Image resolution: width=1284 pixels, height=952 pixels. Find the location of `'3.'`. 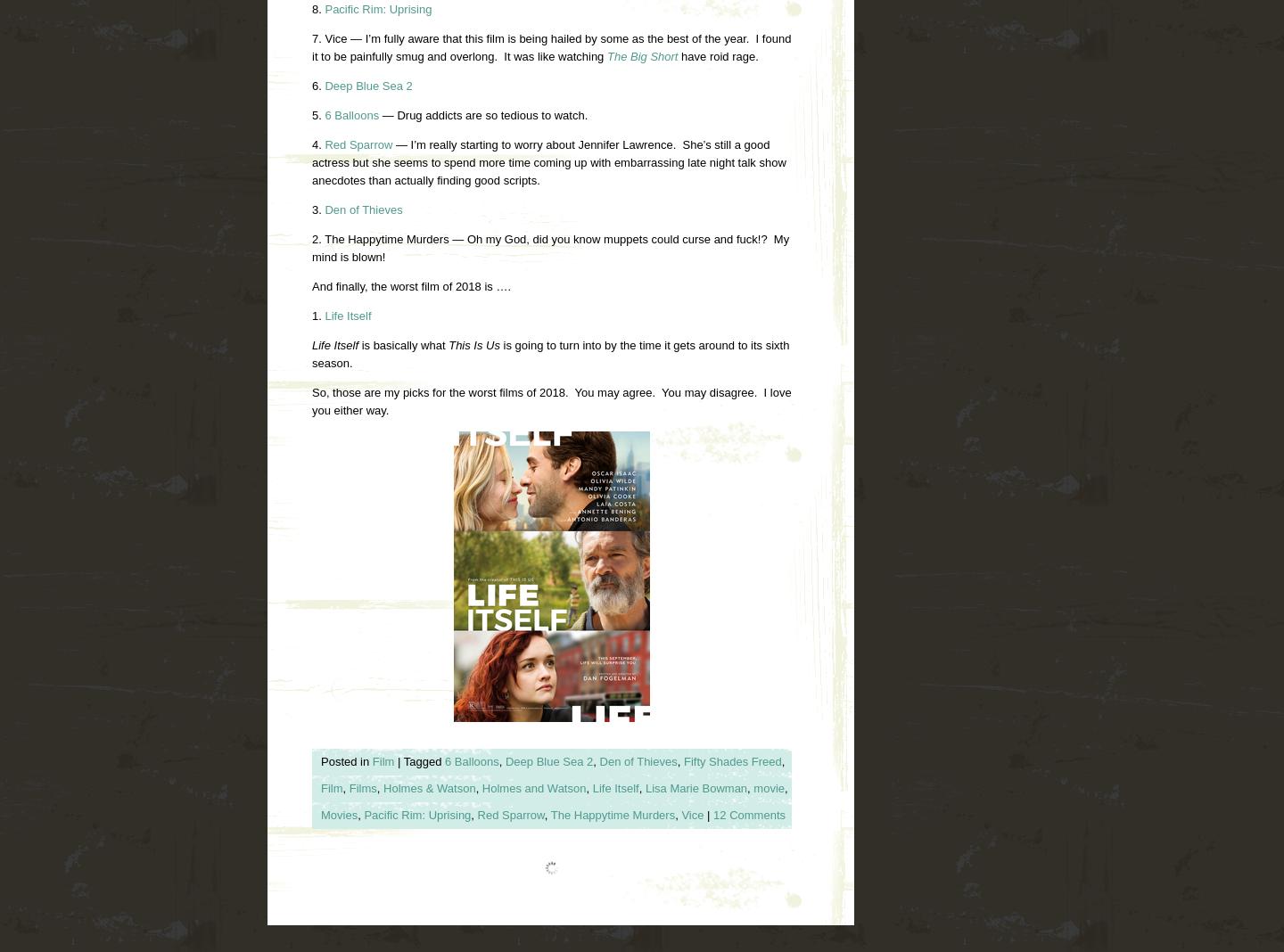

'3.' is located at coordinates (317, 209).